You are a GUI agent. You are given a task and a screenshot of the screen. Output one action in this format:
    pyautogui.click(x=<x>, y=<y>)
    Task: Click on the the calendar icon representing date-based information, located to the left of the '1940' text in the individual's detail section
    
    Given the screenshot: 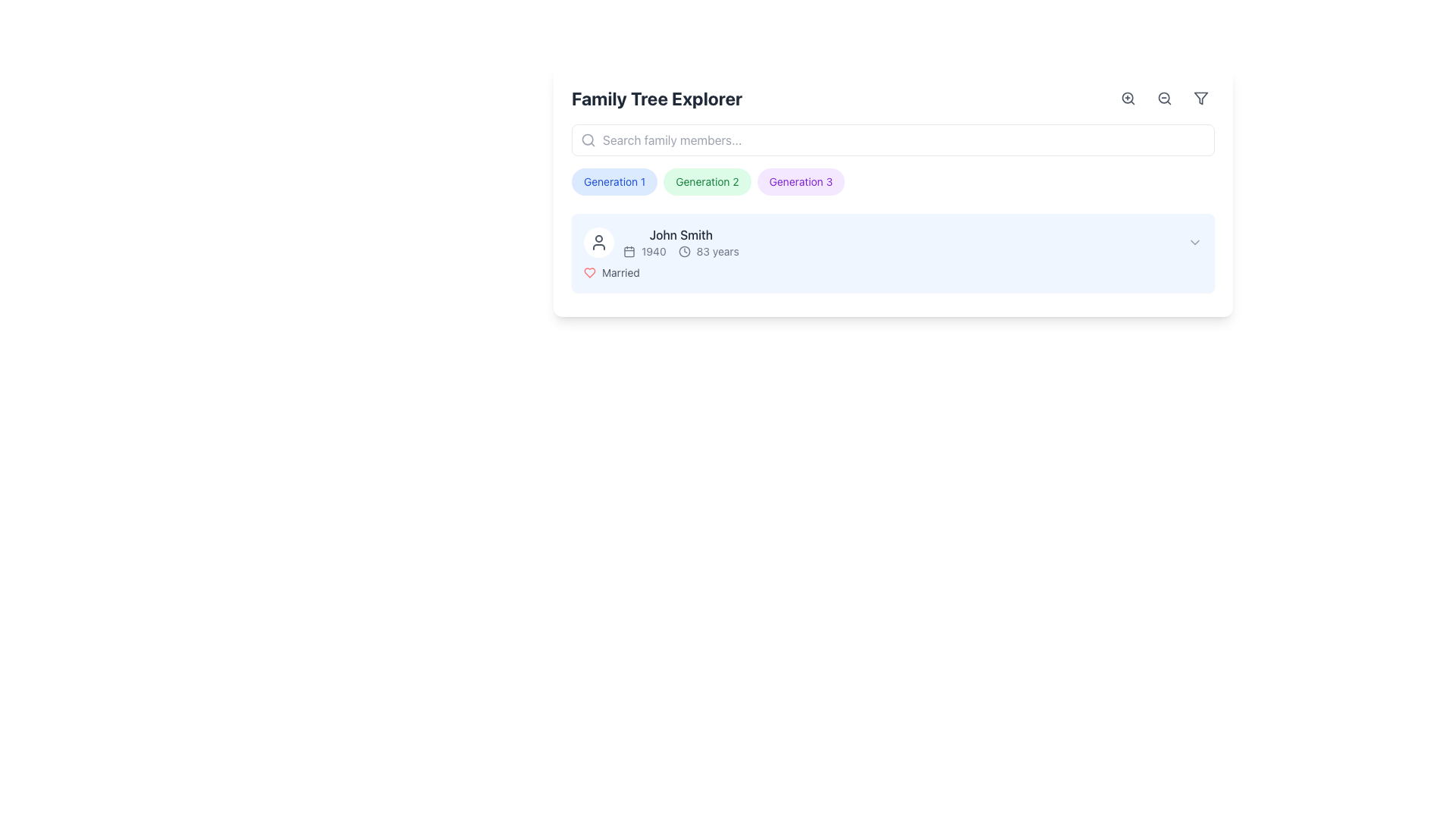 What is the action you would take?
    pyautogui.click(x=629, y=250)
    